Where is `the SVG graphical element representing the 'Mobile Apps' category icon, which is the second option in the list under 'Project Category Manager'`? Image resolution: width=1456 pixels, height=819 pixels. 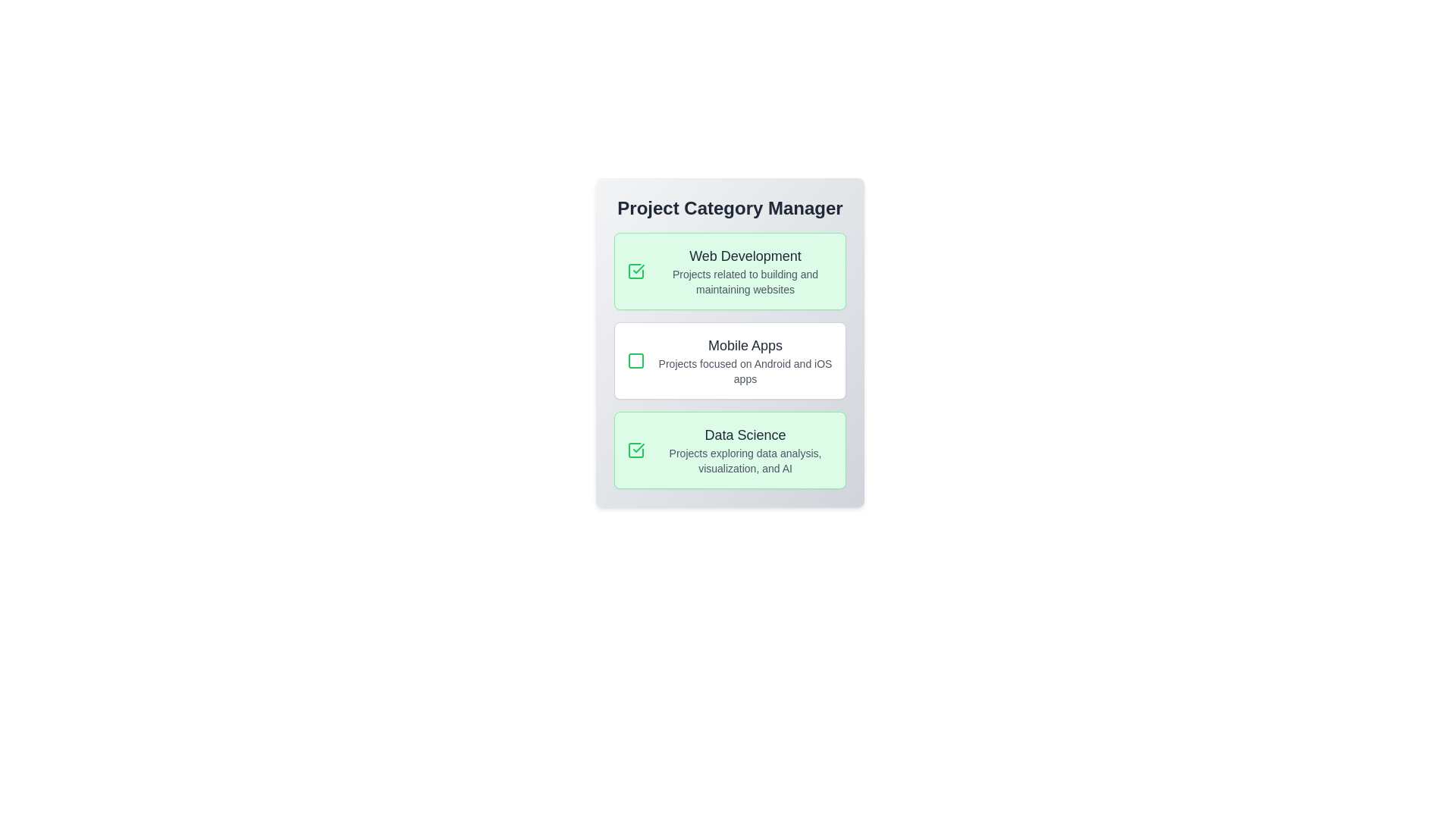
the SVG graphical element representing the 'Mobile Apps' category icon, which is the second option in the list under 'Project Category Manager' is located at coordinates (636, 360).